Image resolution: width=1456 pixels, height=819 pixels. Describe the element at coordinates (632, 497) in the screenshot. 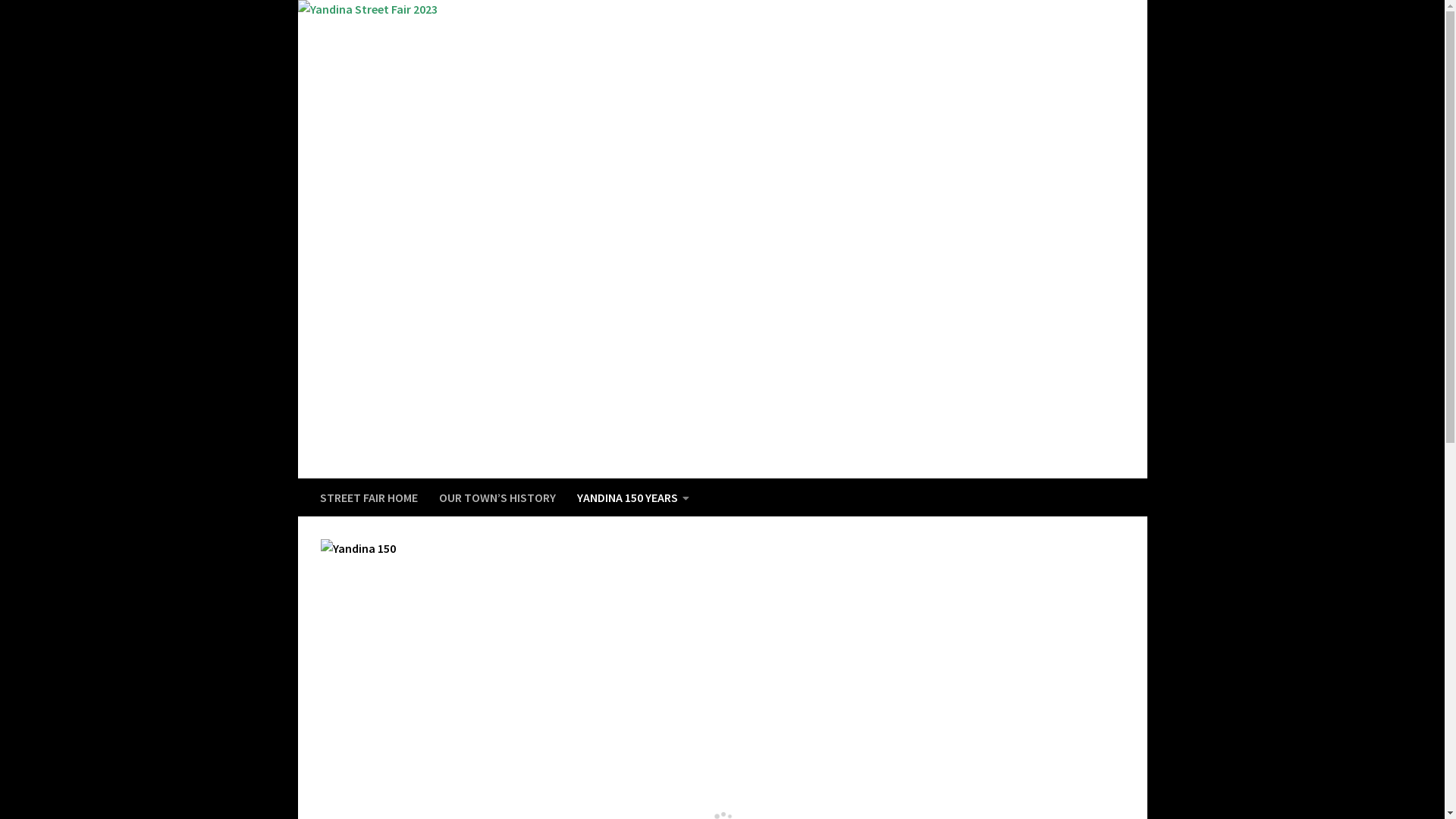

I see `'YANDINA 150 YEARS'` at that location.